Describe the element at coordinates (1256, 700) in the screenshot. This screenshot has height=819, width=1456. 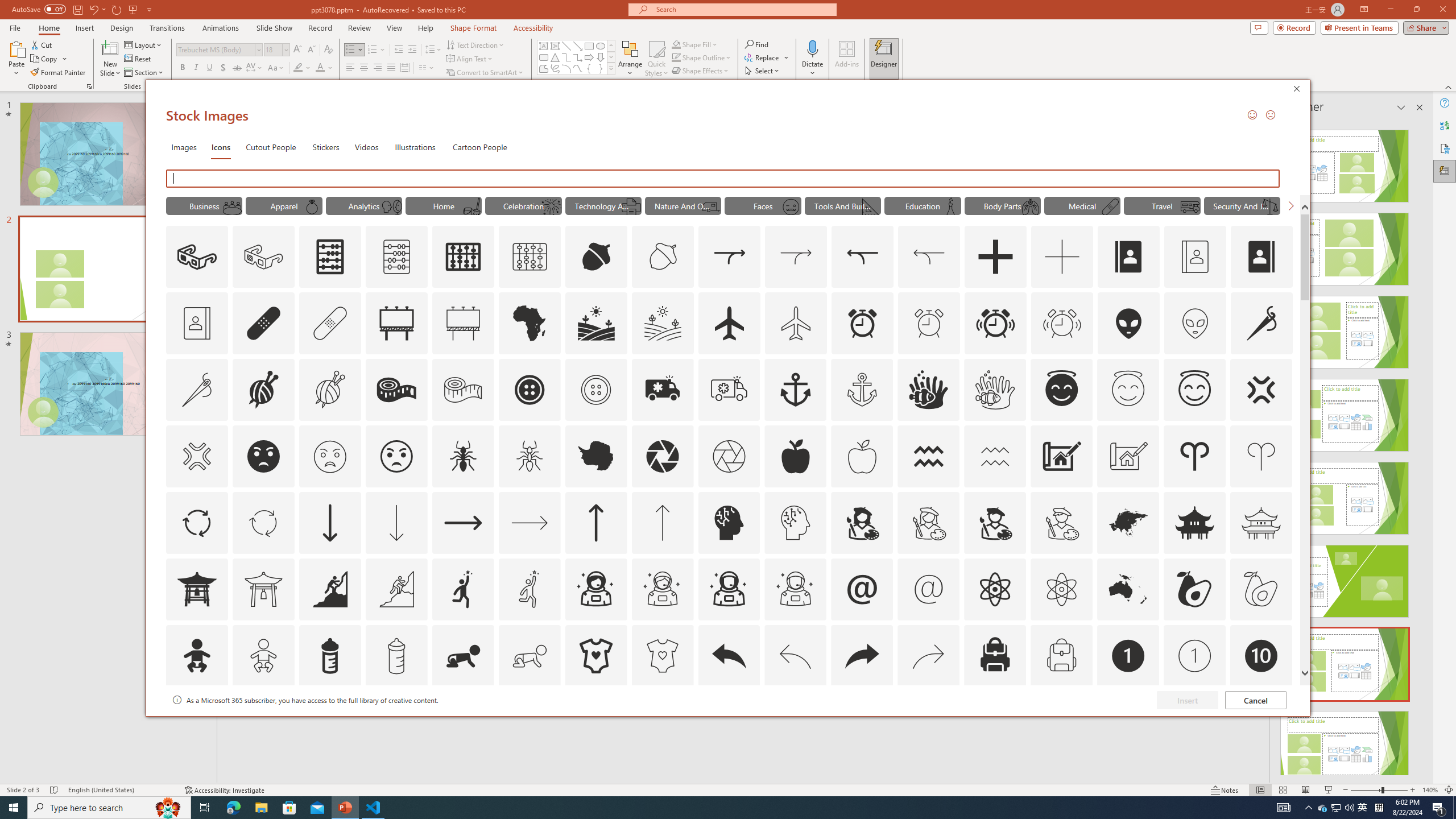
I see `'Cancel'` at that location.